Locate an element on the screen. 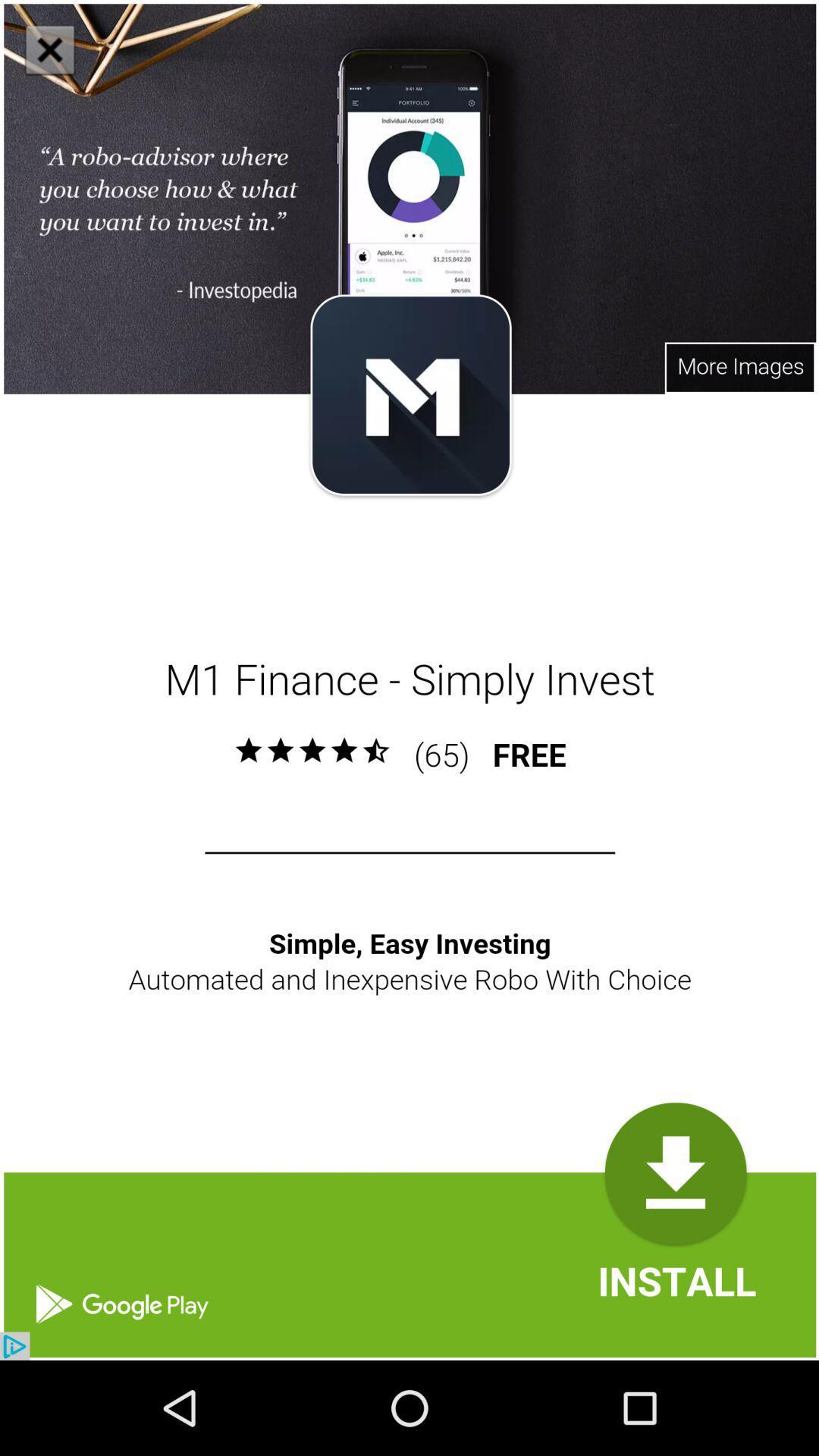  the close icon is located at coordinates (49, 53).